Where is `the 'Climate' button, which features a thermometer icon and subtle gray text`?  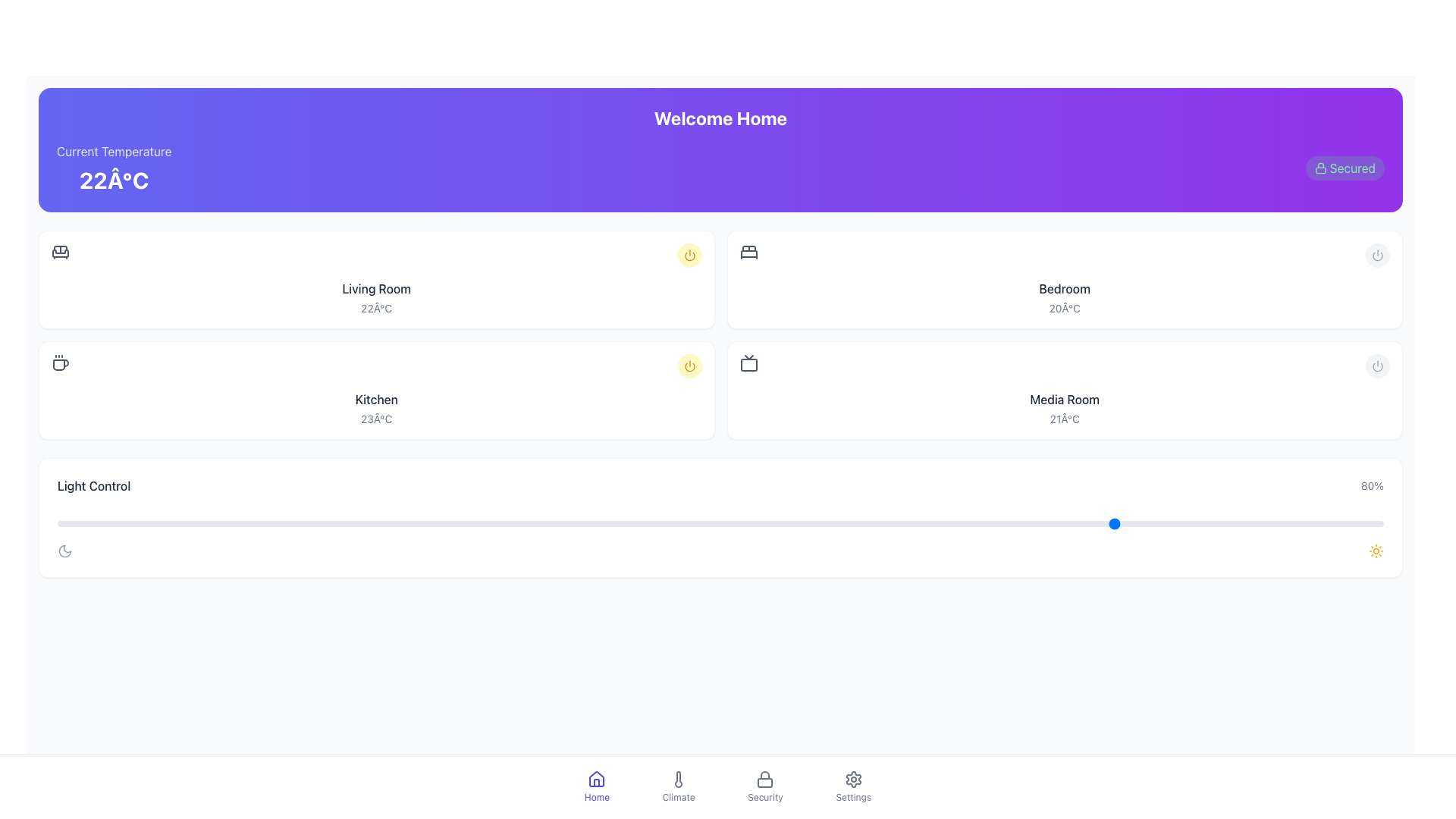
the 'Climate' button, which features a thermometer icon and subtle gray text is located at coordinates (678, 786).